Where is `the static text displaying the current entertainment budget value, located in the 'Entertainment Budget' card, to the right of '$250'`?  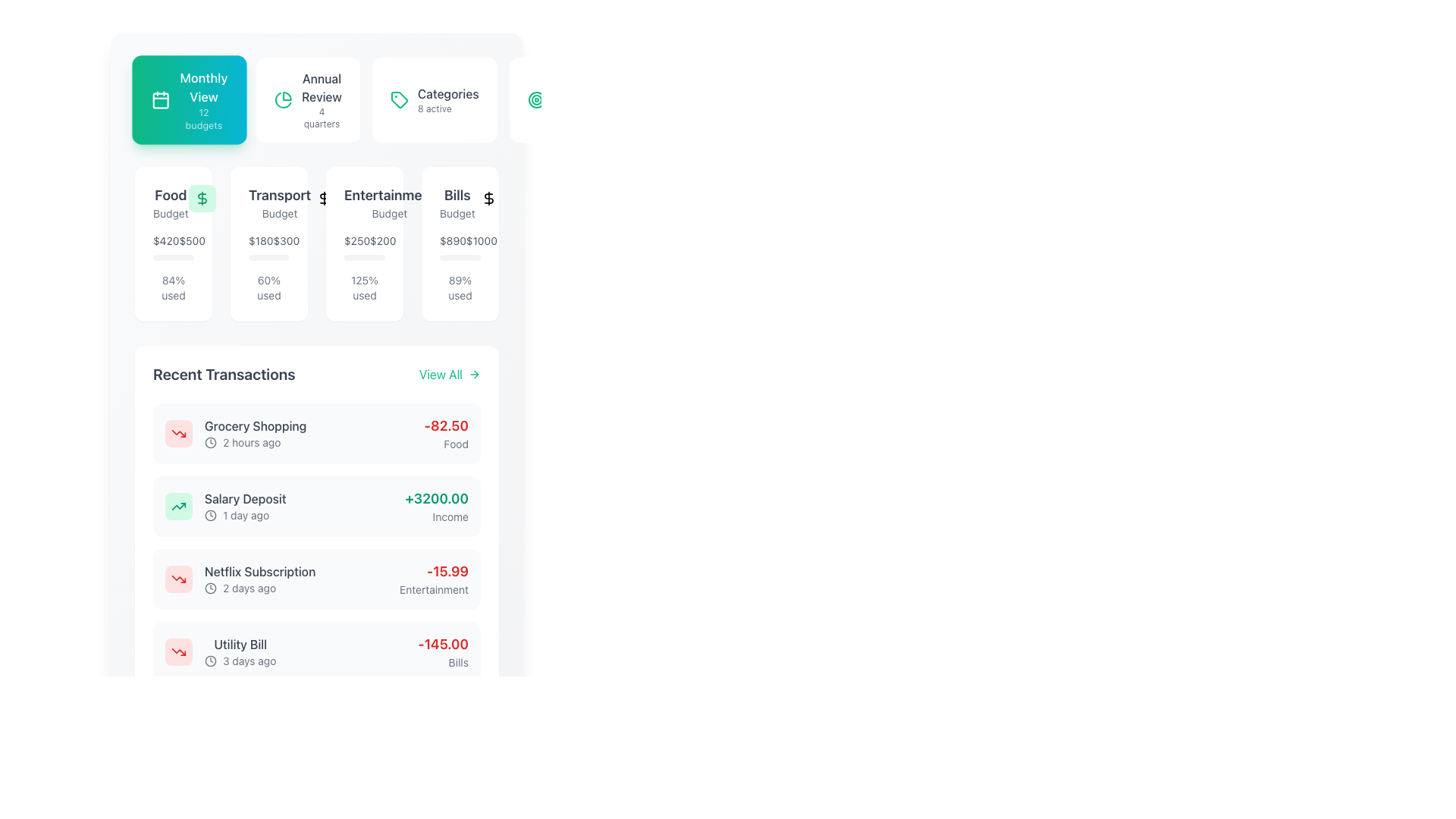
the static text displaying the current entertainment budget value, located in the 'Entertainment Budget' card, to the right of '$250' is located at coordinates (383, 240).